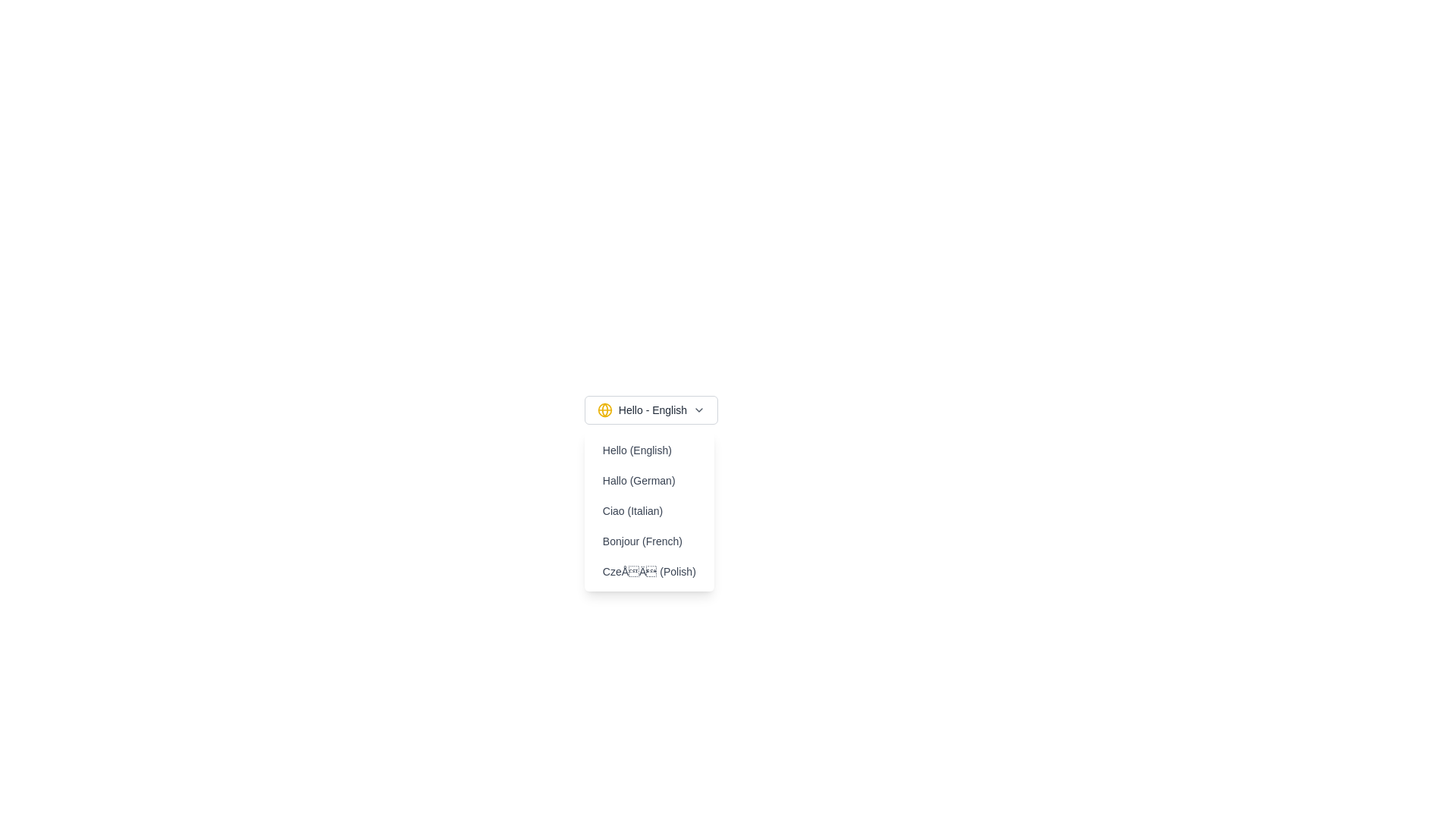 The height and width of the screenshot is (819, 1456). Describe the element at coordinates (649, 480) in the screenshot. I see `the text label displaying 'Hallo (German)' which is the second option` at that location.